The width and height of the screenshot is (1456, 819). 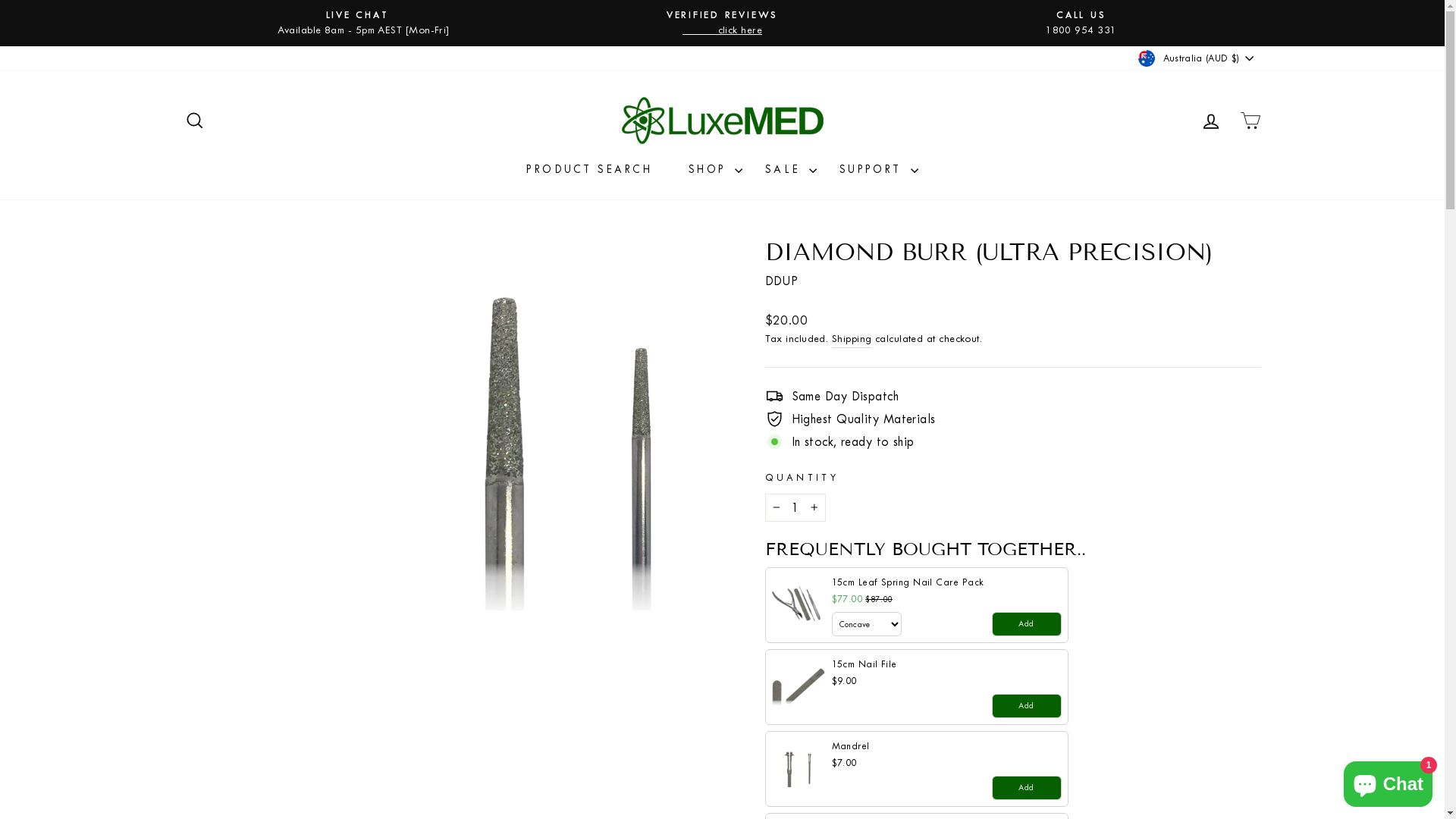 What do you see at coordinates (1197, 58) in the screenshot?
I see `'Australia (AUD $)'` at bounding box center [1197, 58].